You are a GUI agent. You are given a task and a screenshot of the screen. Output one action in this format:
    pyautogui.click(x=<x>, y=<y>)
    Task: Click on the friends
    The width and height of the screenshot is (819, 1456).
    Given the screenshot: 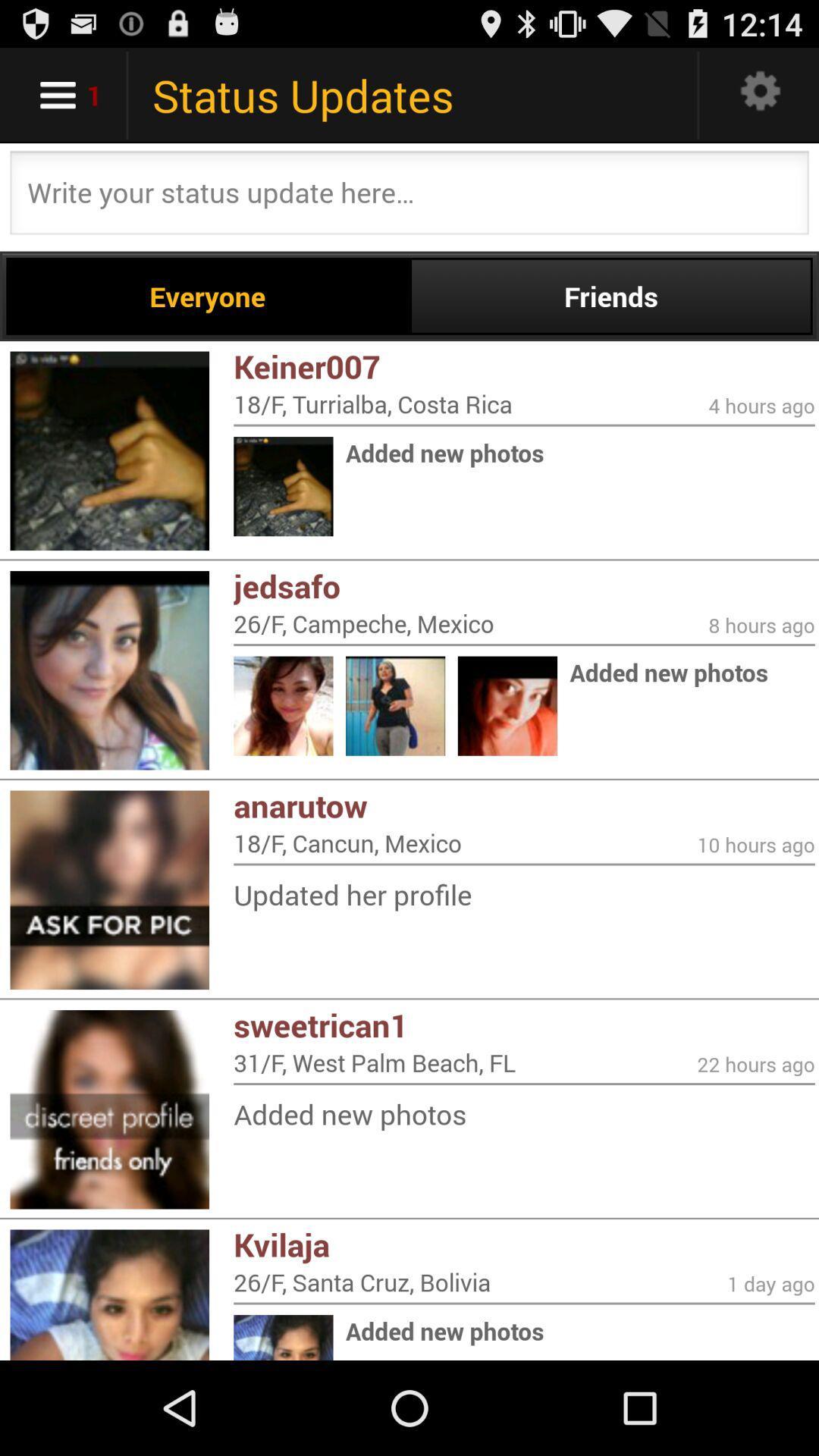 What is the action you would take?
    pyautogui.click(x=610, y=296)
    